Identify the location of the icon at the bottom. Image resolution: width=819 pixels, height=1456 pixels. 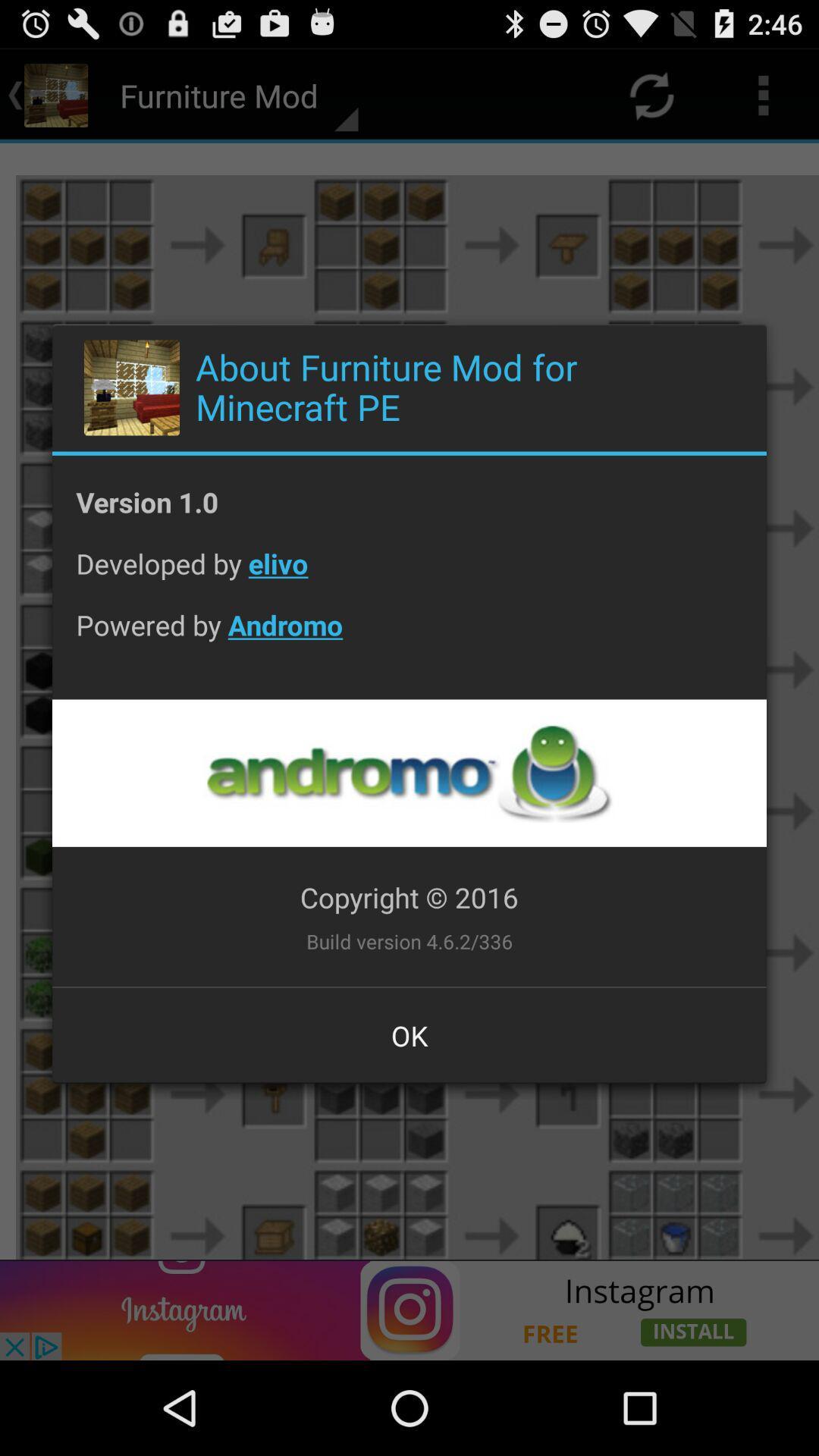
(409, 1034).